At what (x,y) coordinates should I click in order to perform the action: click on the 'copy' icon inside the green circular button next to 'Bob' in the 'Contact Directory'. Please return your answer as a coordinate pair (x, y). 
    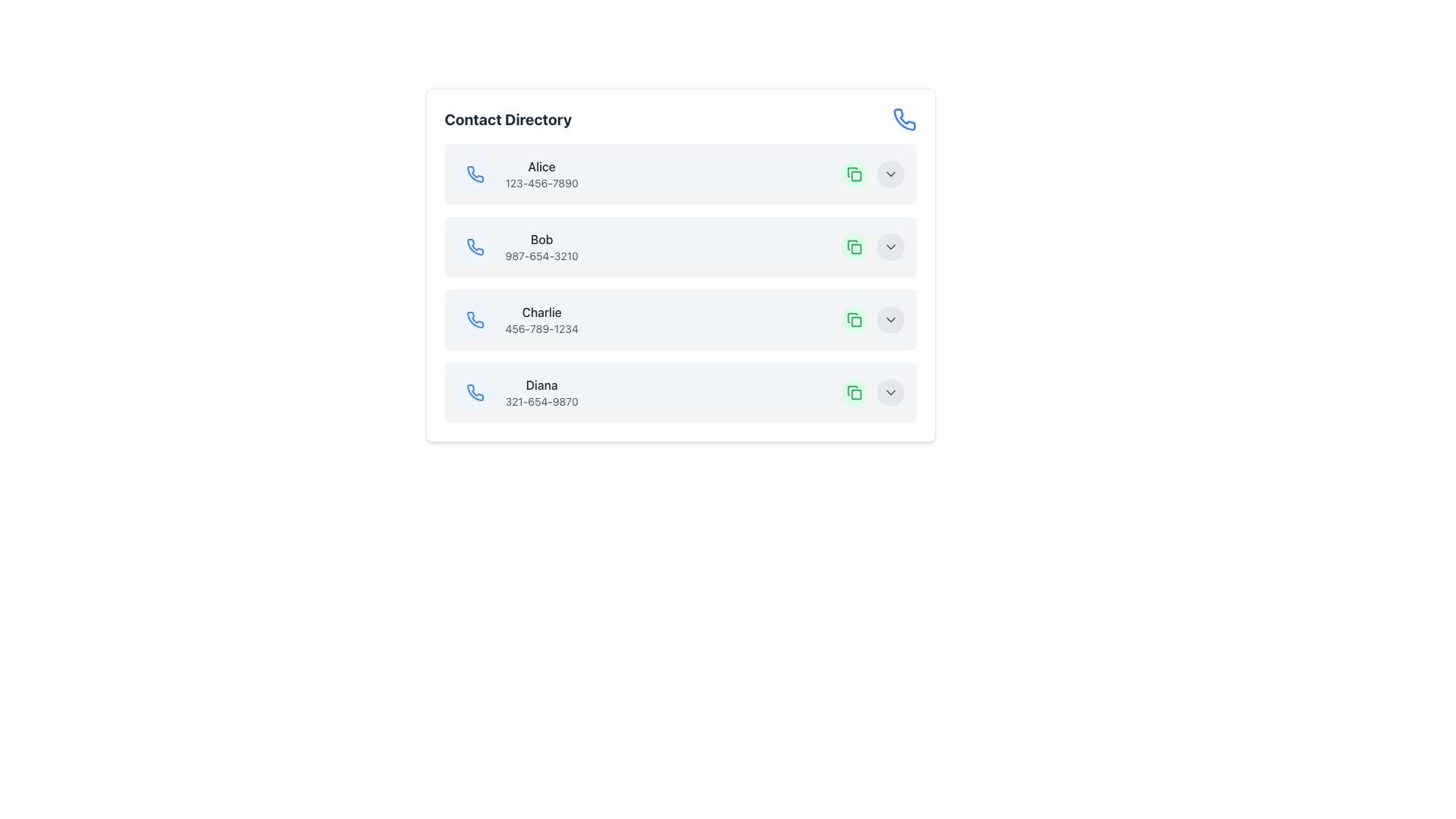
    Looking at the image, I should click on (854, 391).